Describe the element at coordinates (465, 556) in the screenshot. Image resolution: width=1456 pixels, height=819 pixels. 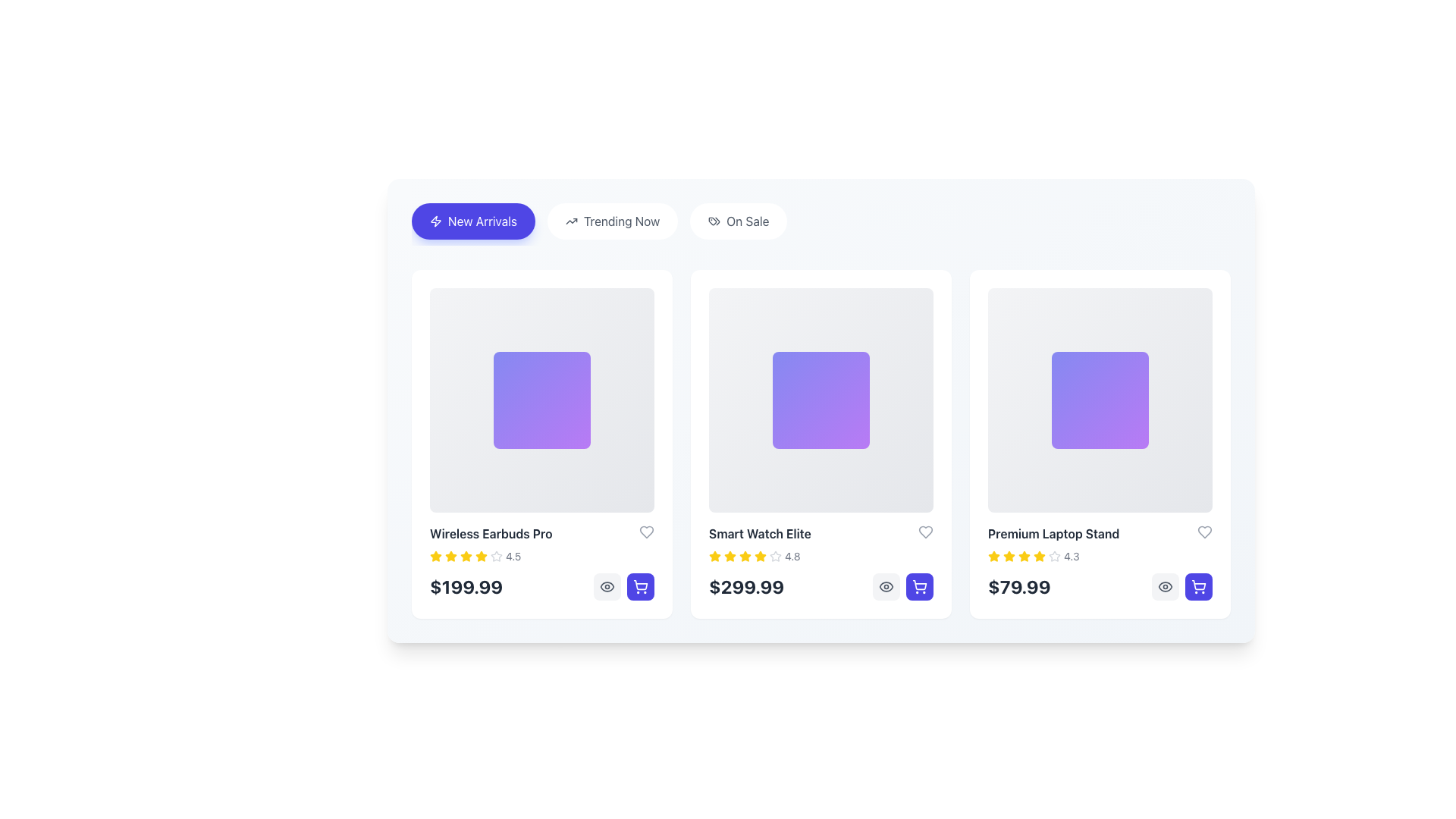
I see `the fifth star SVG icon in the rating system of the 'Wireless Earbuds Pro' product card` at that location.